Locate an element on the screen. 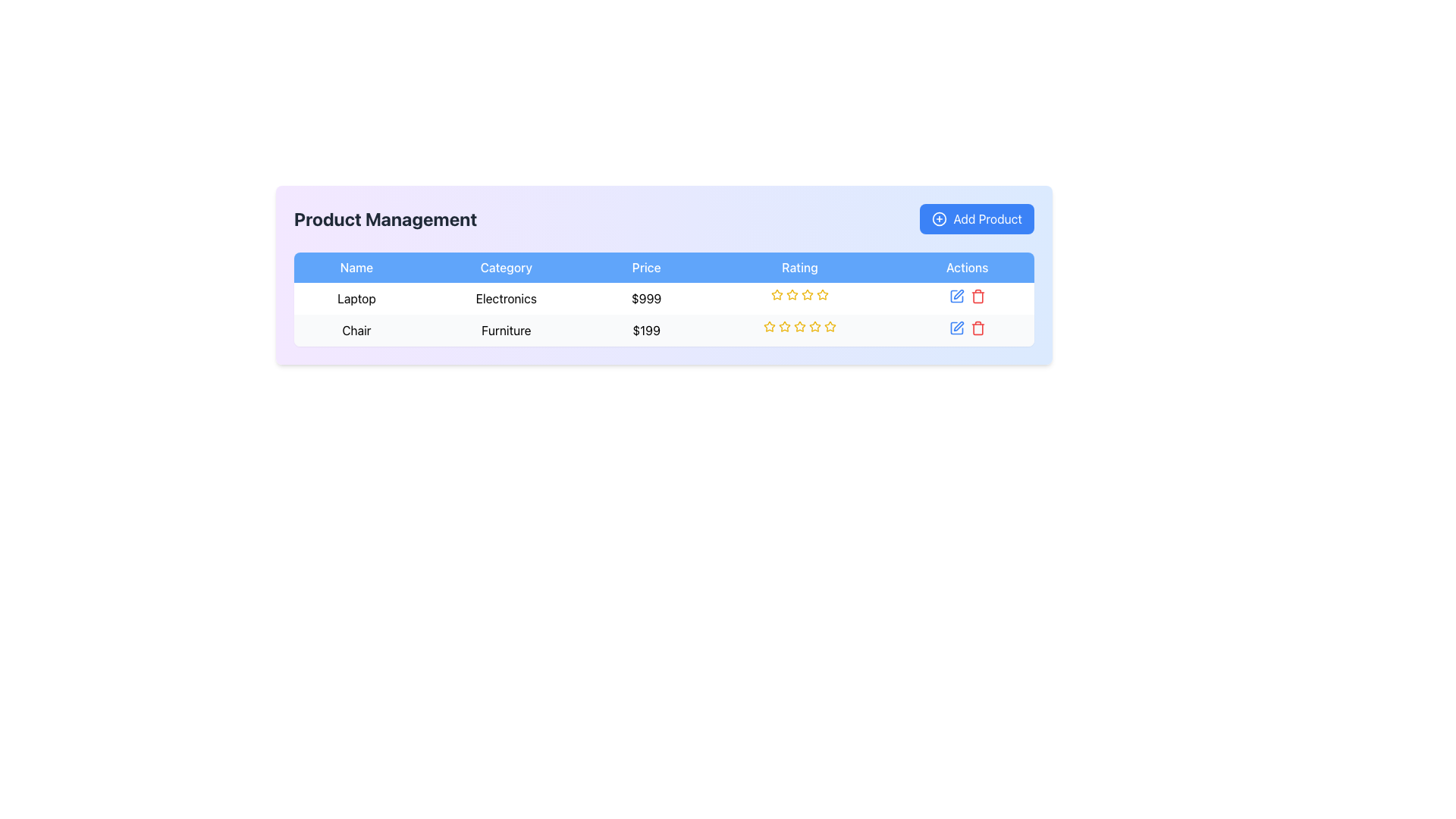  the yellow star icon is located at coordinates (821, 294).